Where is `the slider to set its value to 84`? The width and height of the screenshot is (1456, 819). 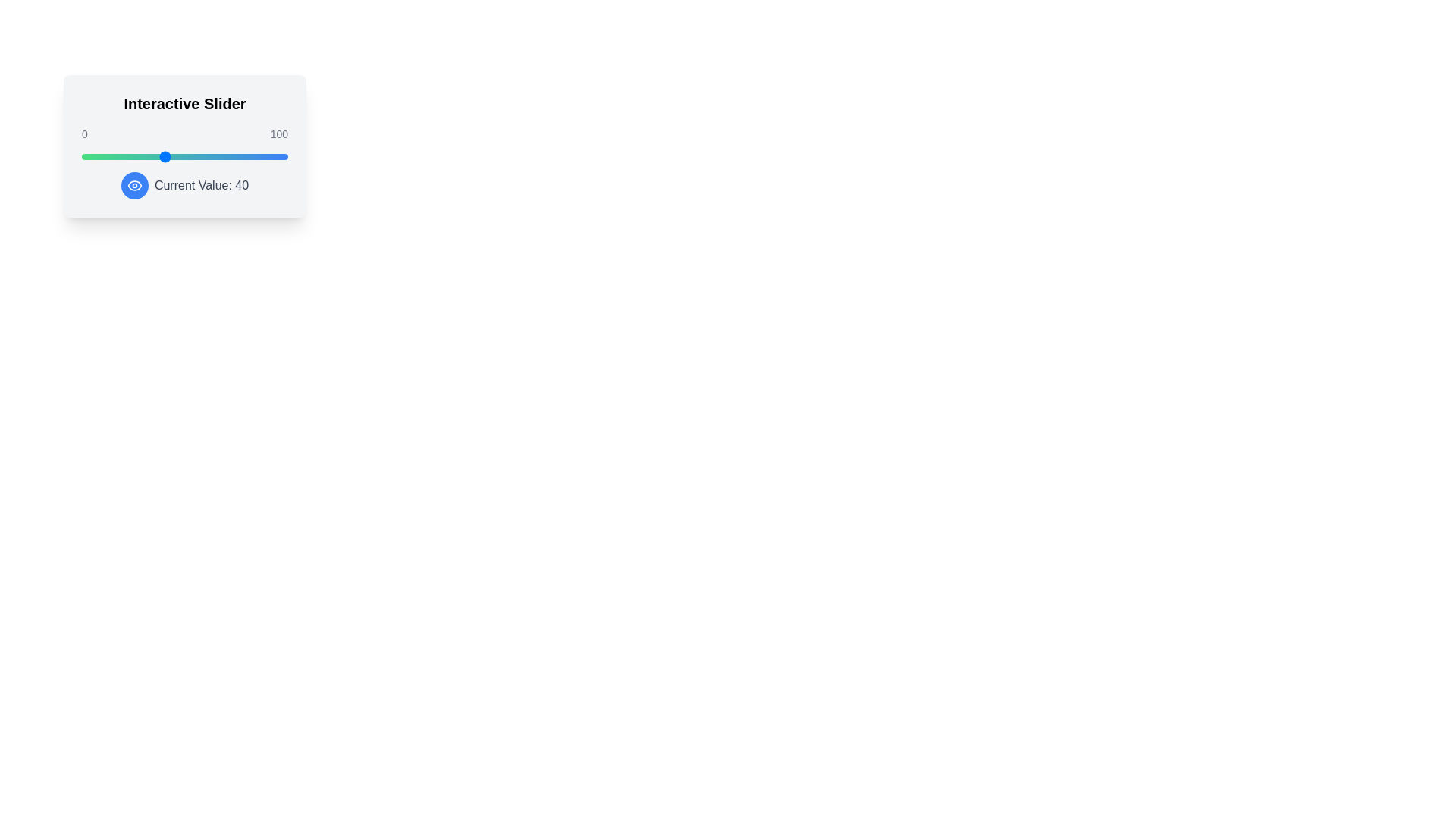 the slider to set its value to 84 is located at coordinates (255, 157).